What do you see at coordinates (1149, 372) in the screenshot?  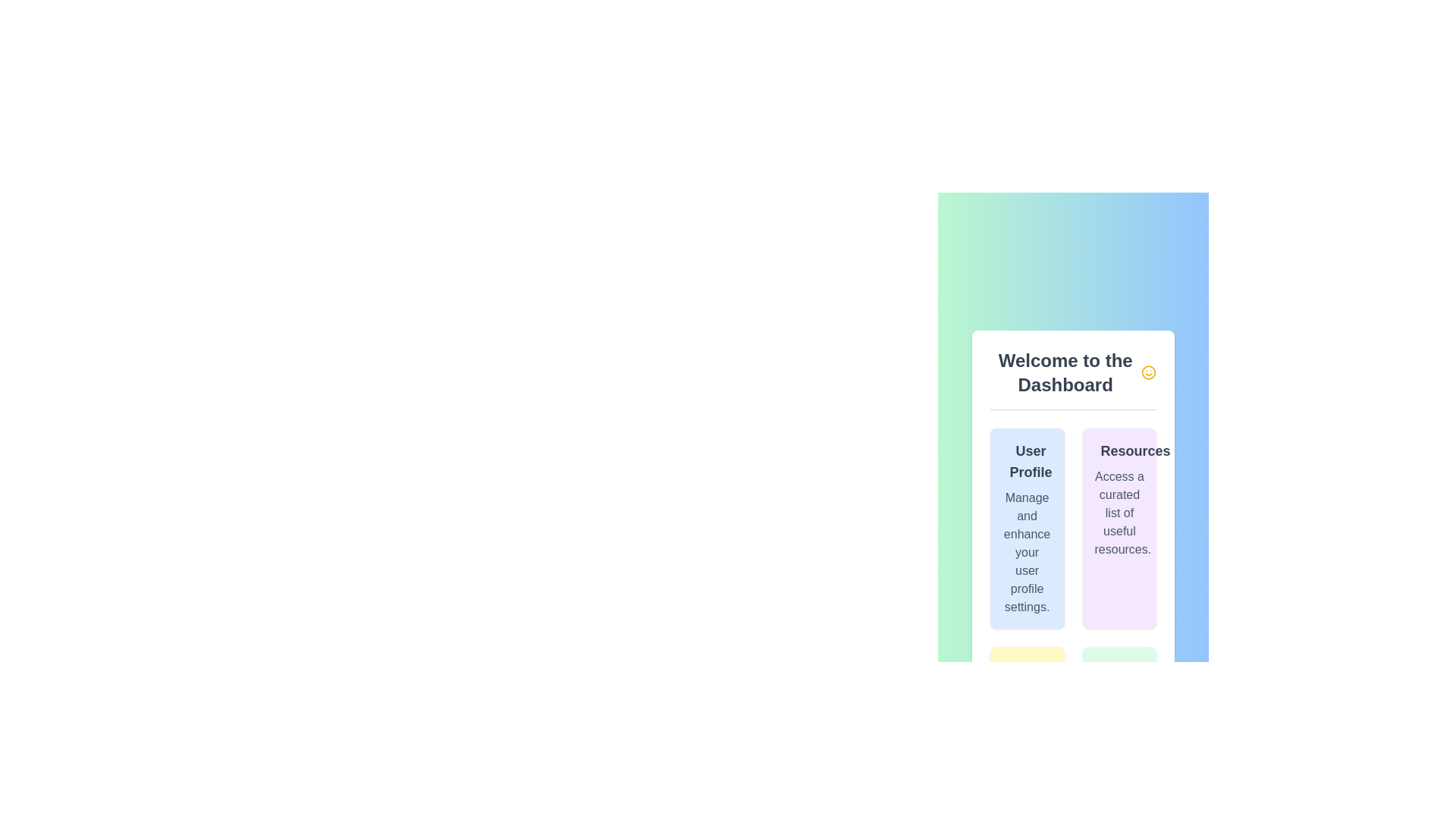 I see `the minimalist smiley face icon, which is yellow and located to the right of the 'Welcome to the Dashboard' heading` at bounding box center [1149, 372].